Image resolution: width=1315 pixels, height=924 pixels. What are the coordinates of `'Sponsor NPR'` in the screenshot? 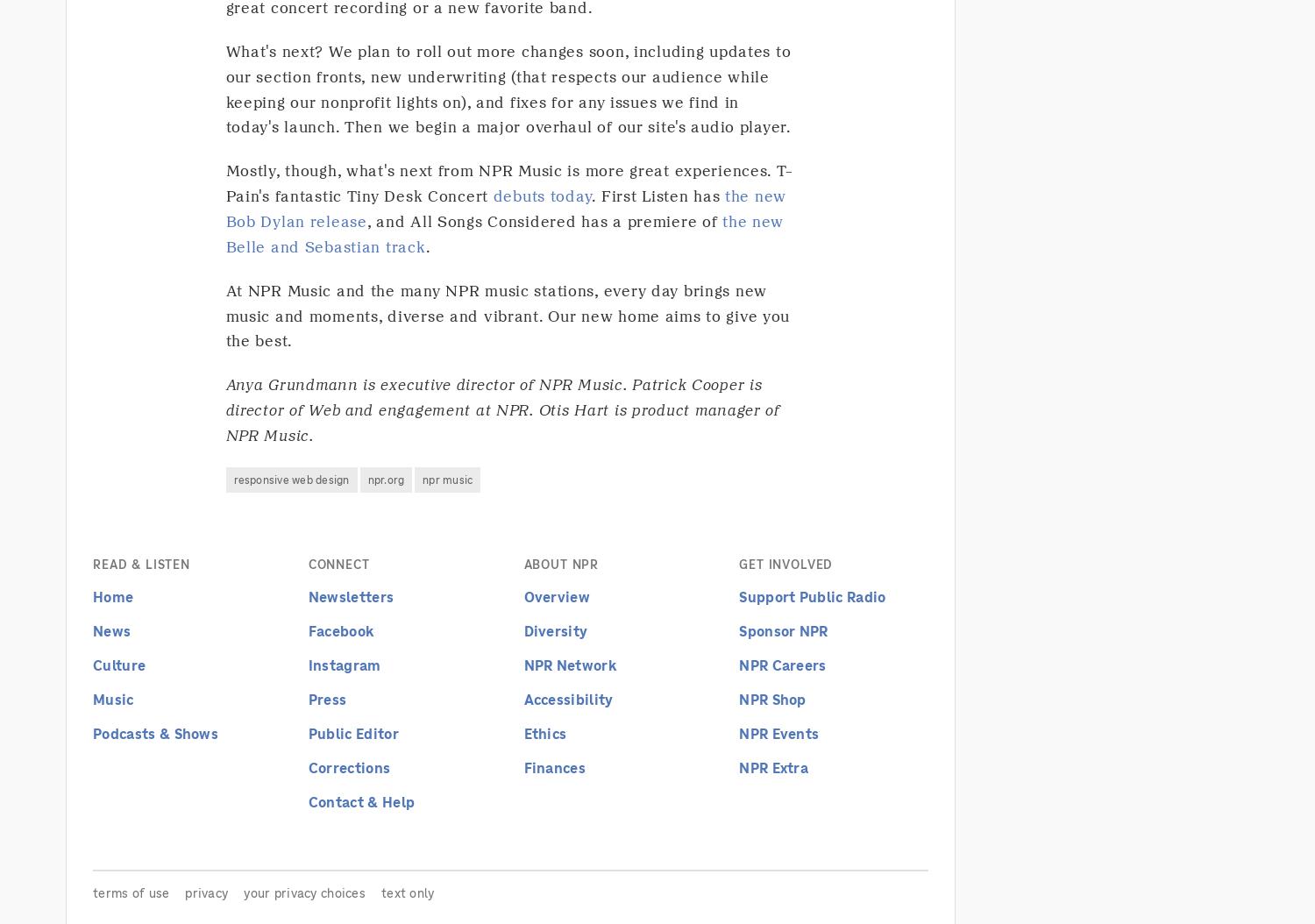 It's located at (783, 629).